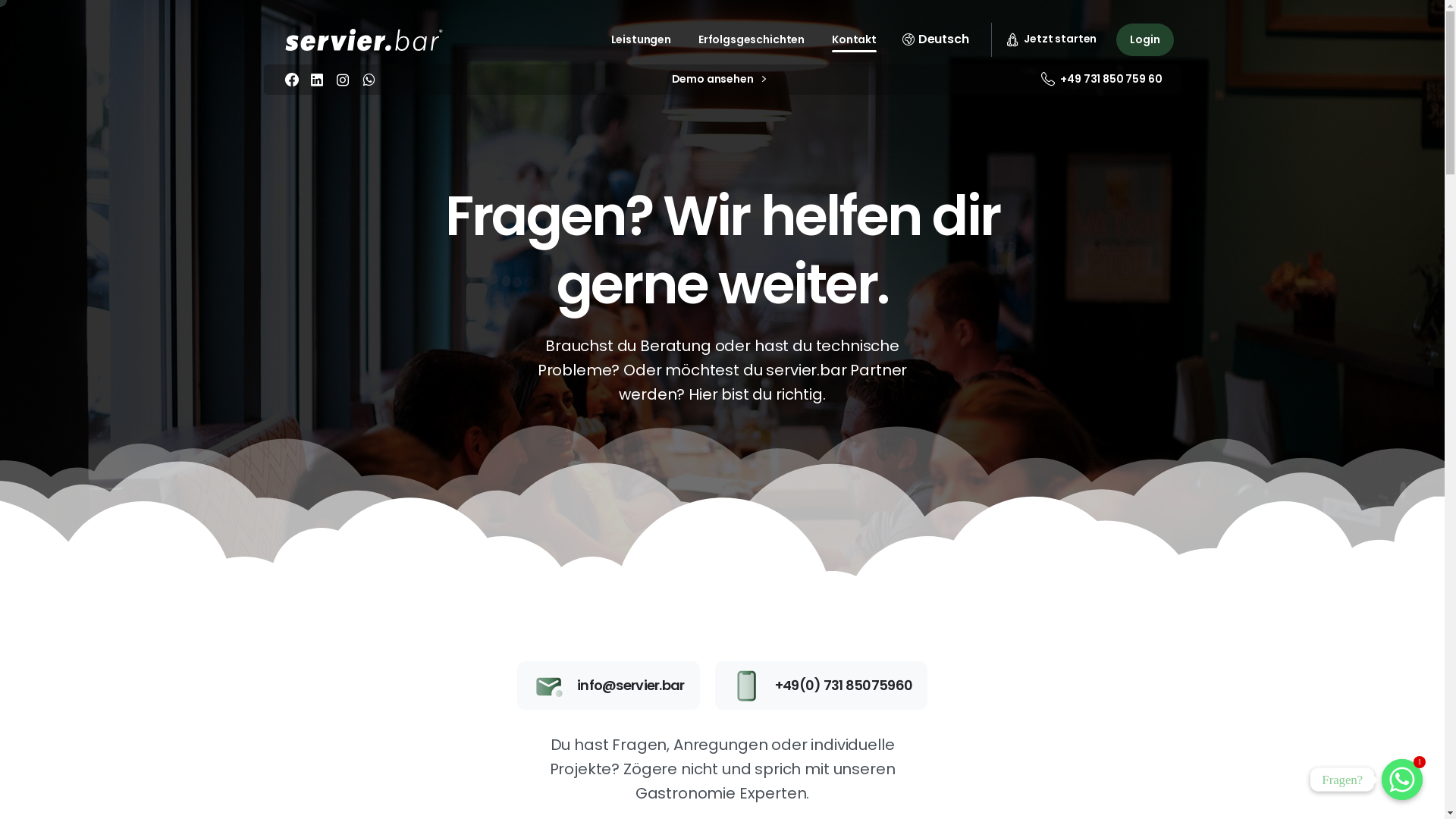 The width and height of the screenshot is (1456, 819). Describe the element at coordinates (1144, 39) in the screenshot. I see `'Login'` at that location.